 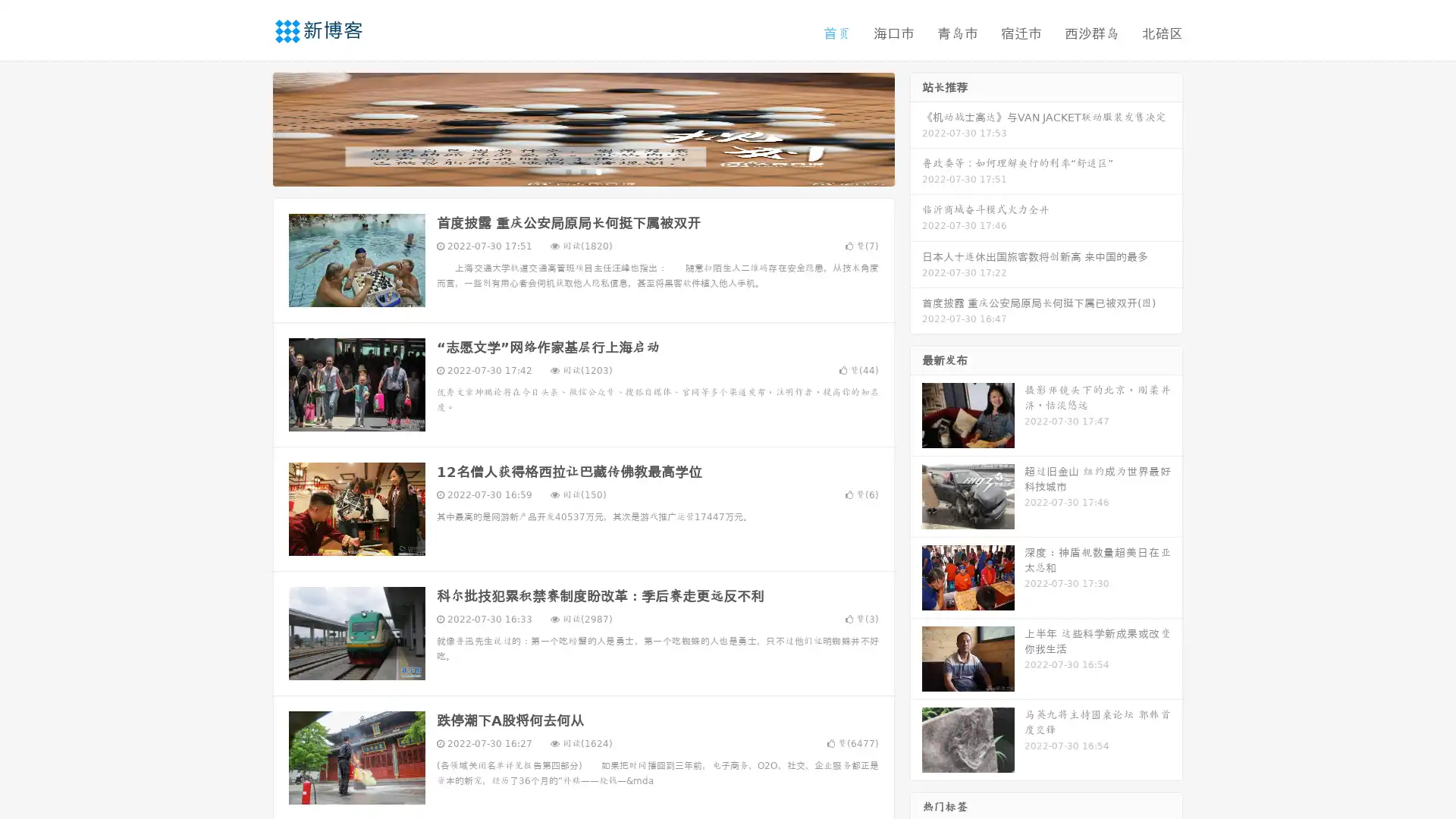 What do you see at coordinates (916, 127) in the screenshot?
I see `Next slide` at bounding box center [916, 127].